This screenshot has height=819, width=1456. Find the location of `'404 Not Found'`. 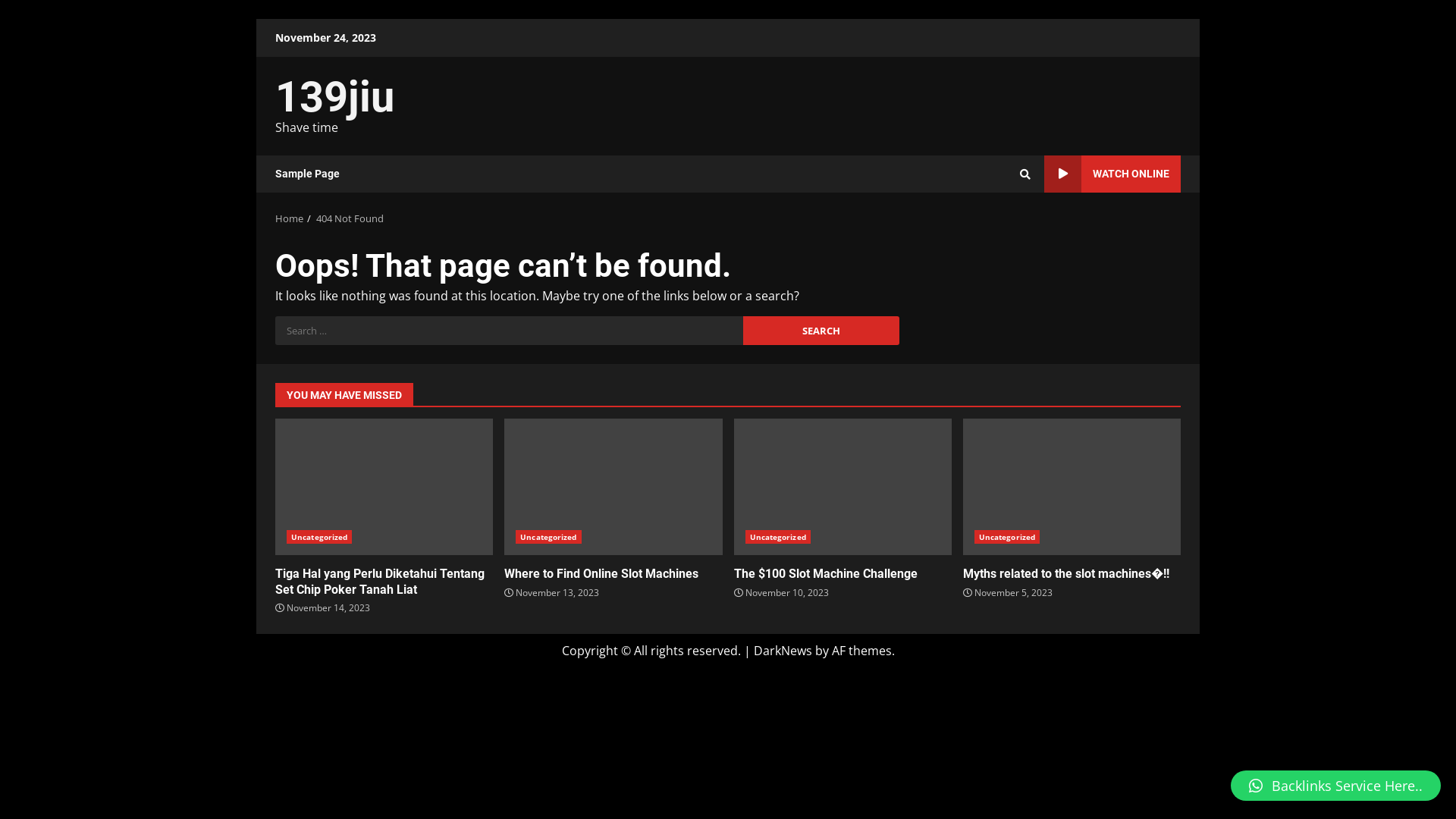

'404 Not Found' is located at coordinates (315, 218).